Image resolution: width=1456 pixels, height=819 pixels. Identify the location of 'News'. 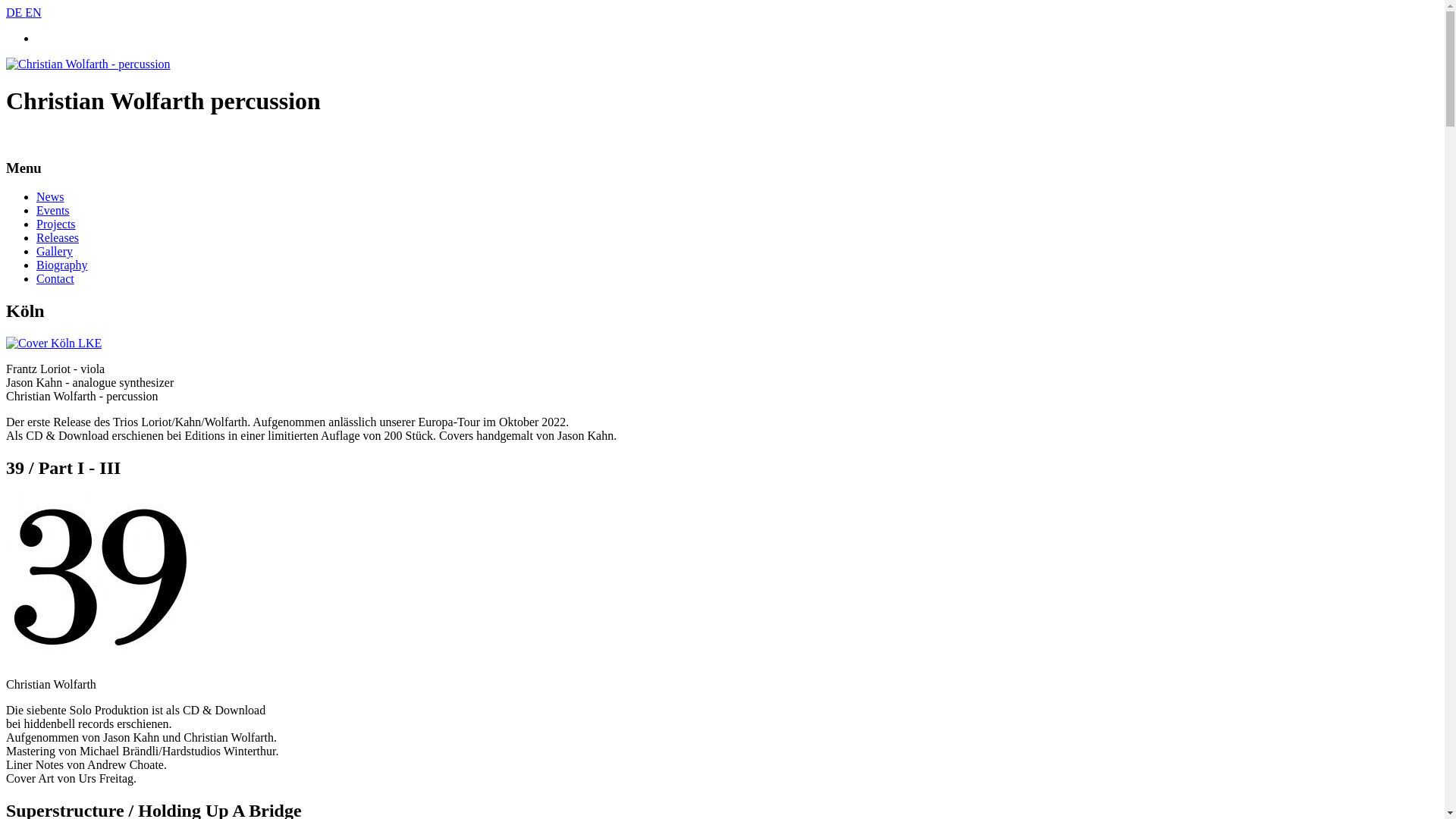
(50, 196).